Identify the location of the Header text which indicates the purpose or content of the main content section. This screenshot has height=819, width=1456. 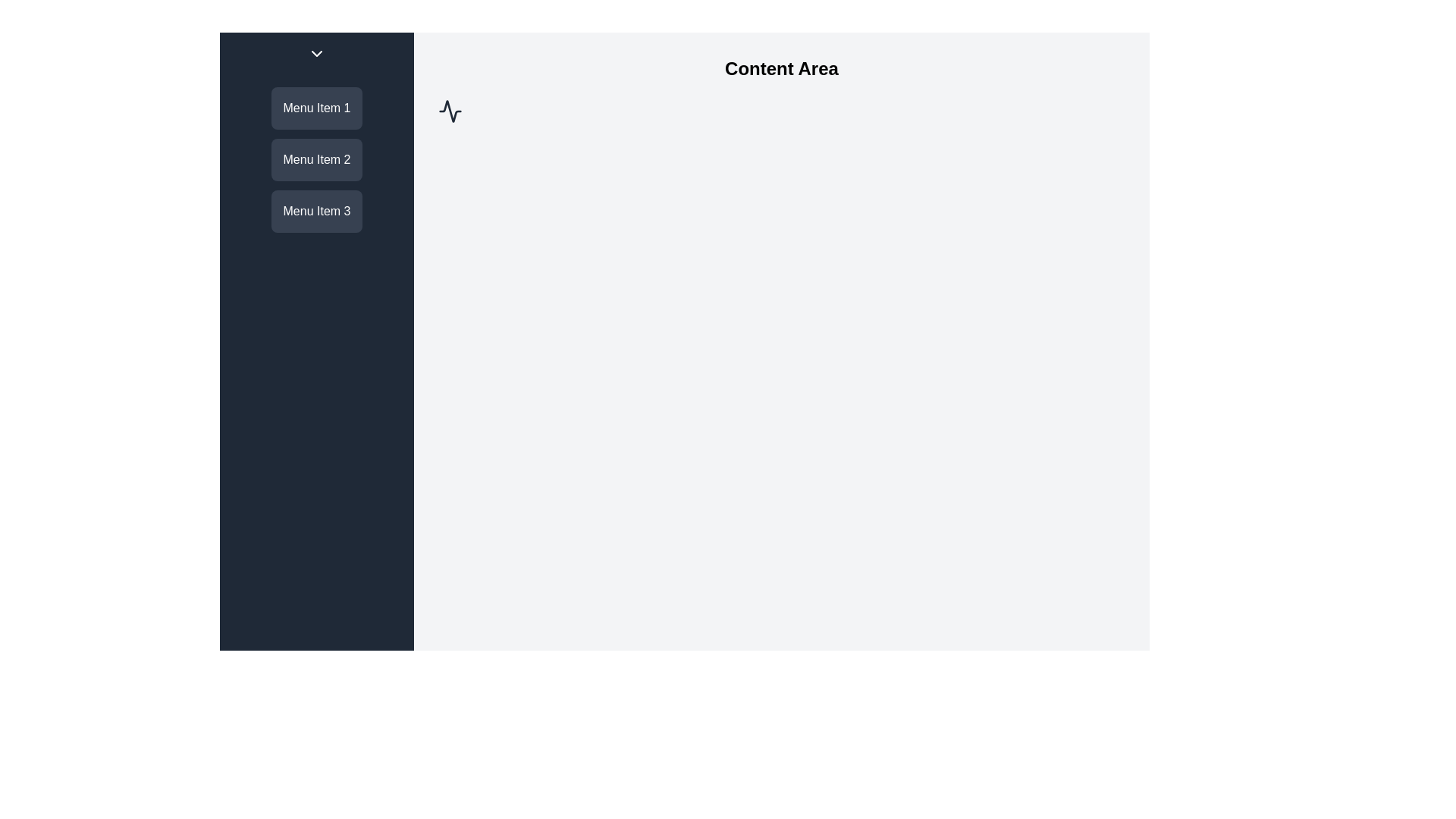
(782, 69).